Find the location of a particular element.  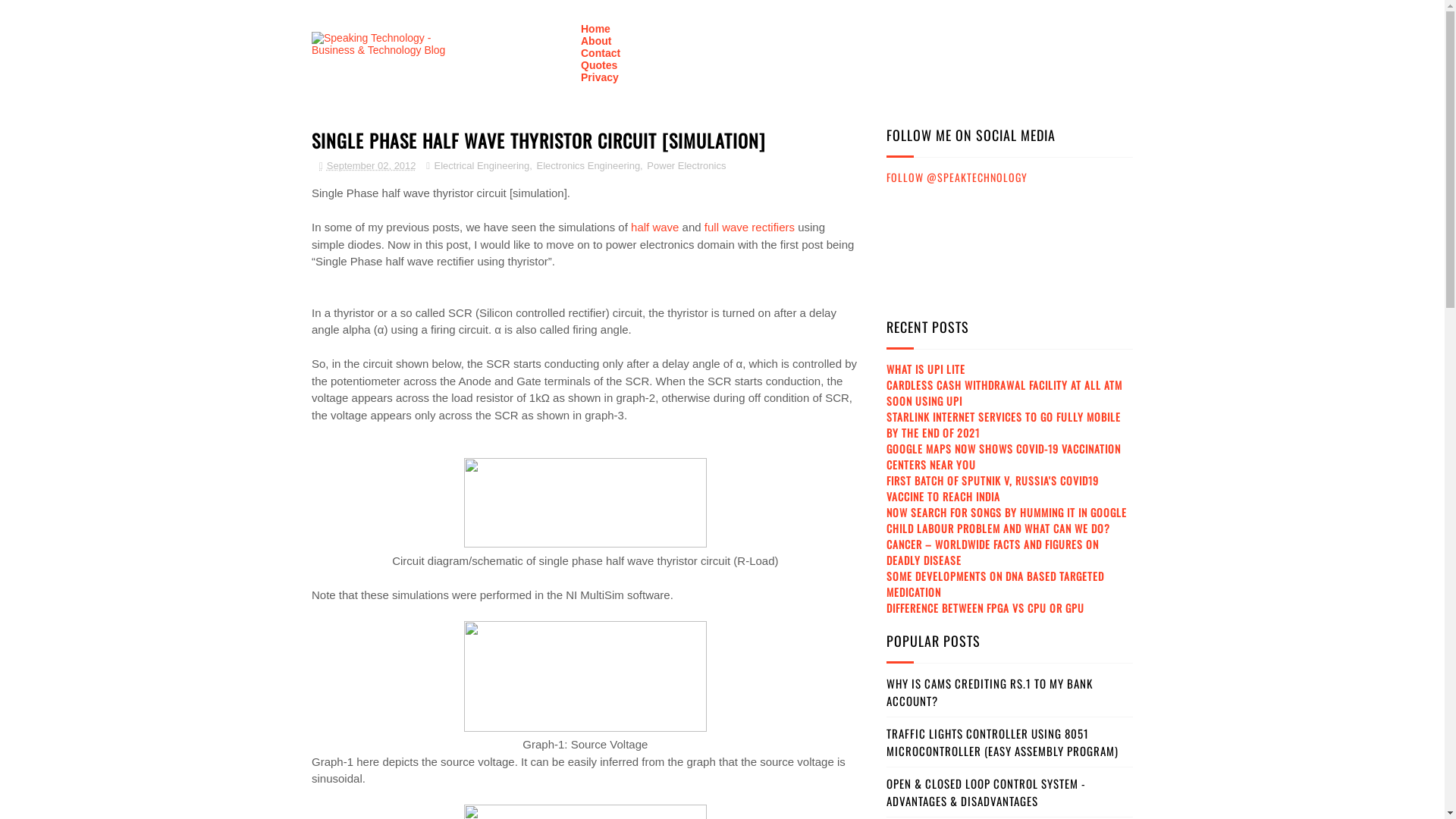

'CARDLESS CASH WITHDRAWAL FACILITY AT ALL ATM SOON USING UPI' is located at coordinates (1004, 391).